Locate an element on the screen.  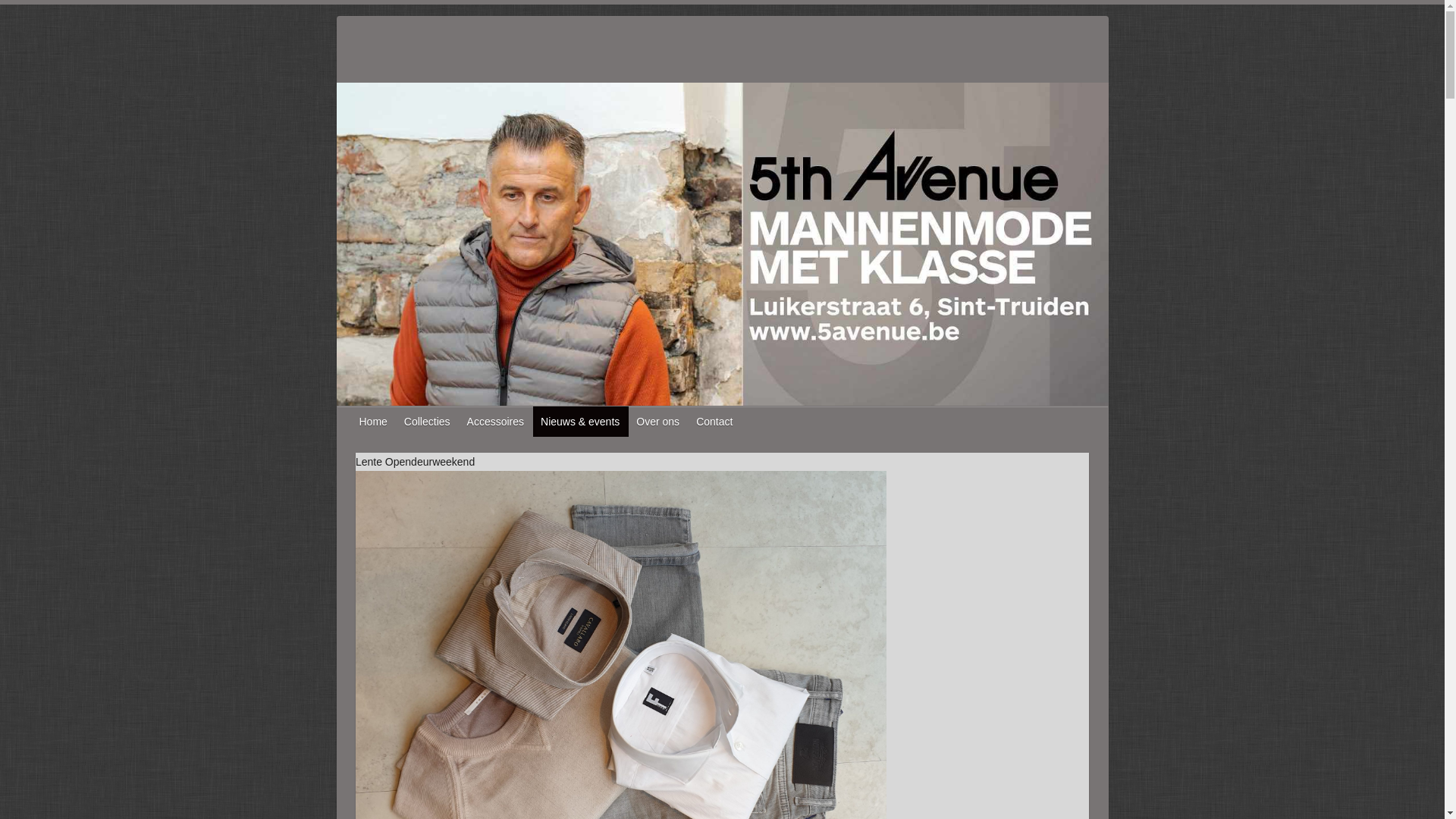
'Nieuws & events' is located at coordinates (580, 421).